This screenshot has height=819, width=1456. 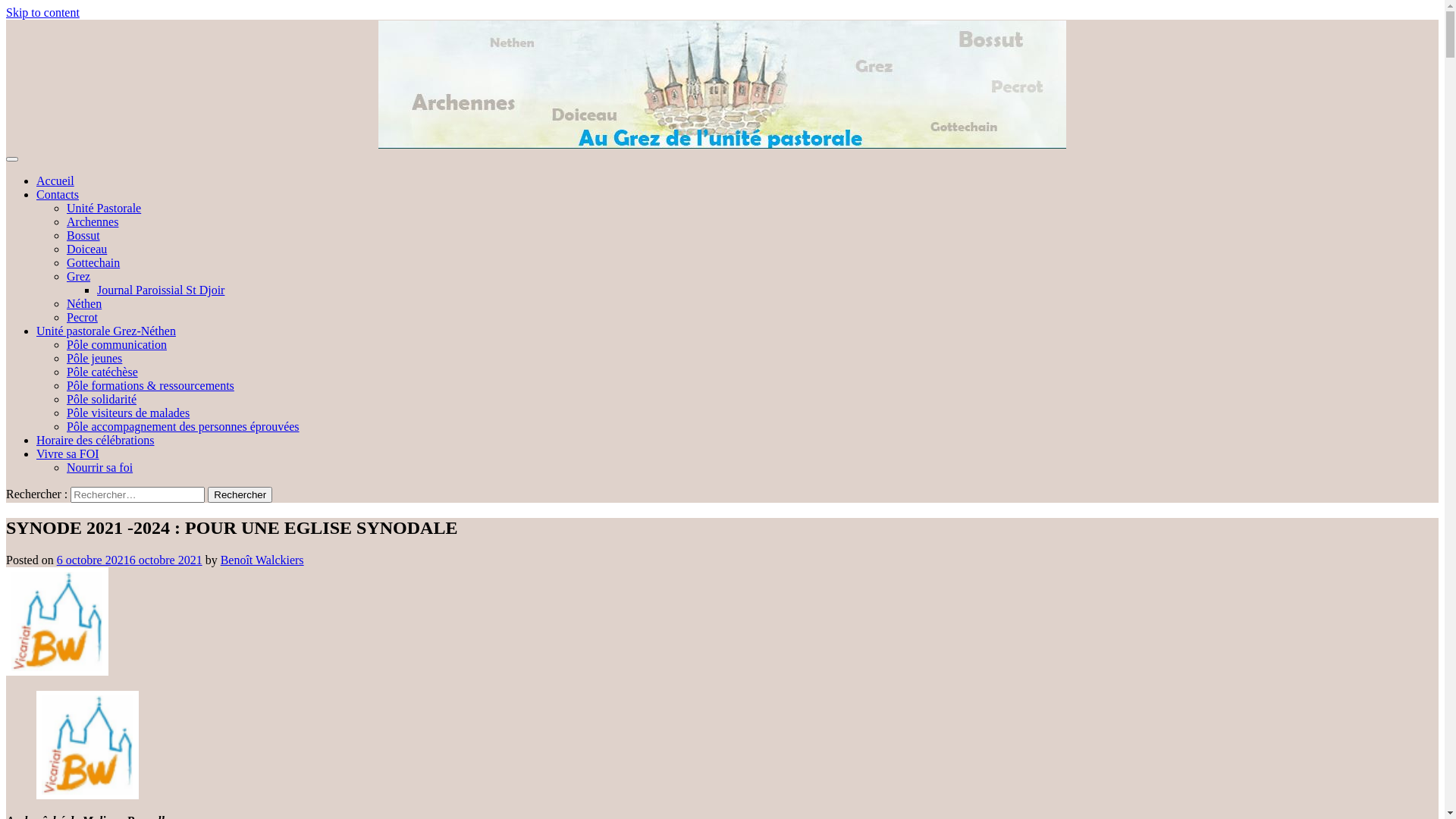 I want to click on 'Gottechain', so click(x=93, y=262).